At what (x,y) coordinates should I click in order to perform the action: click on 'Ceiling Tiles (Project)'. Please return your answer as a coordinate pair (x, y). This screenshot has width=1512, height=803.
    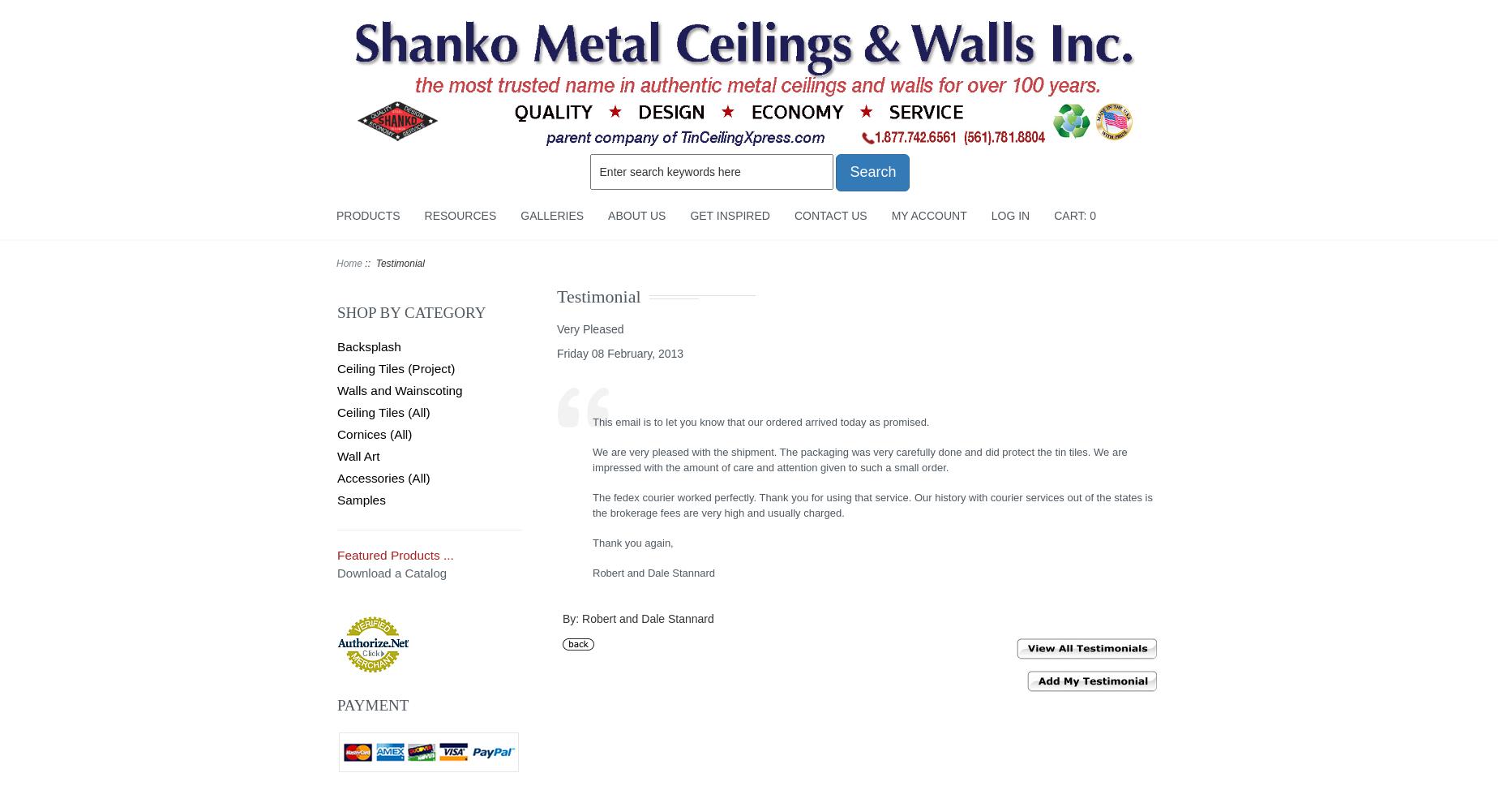
    Looking at the image, I should click on (395, 367).